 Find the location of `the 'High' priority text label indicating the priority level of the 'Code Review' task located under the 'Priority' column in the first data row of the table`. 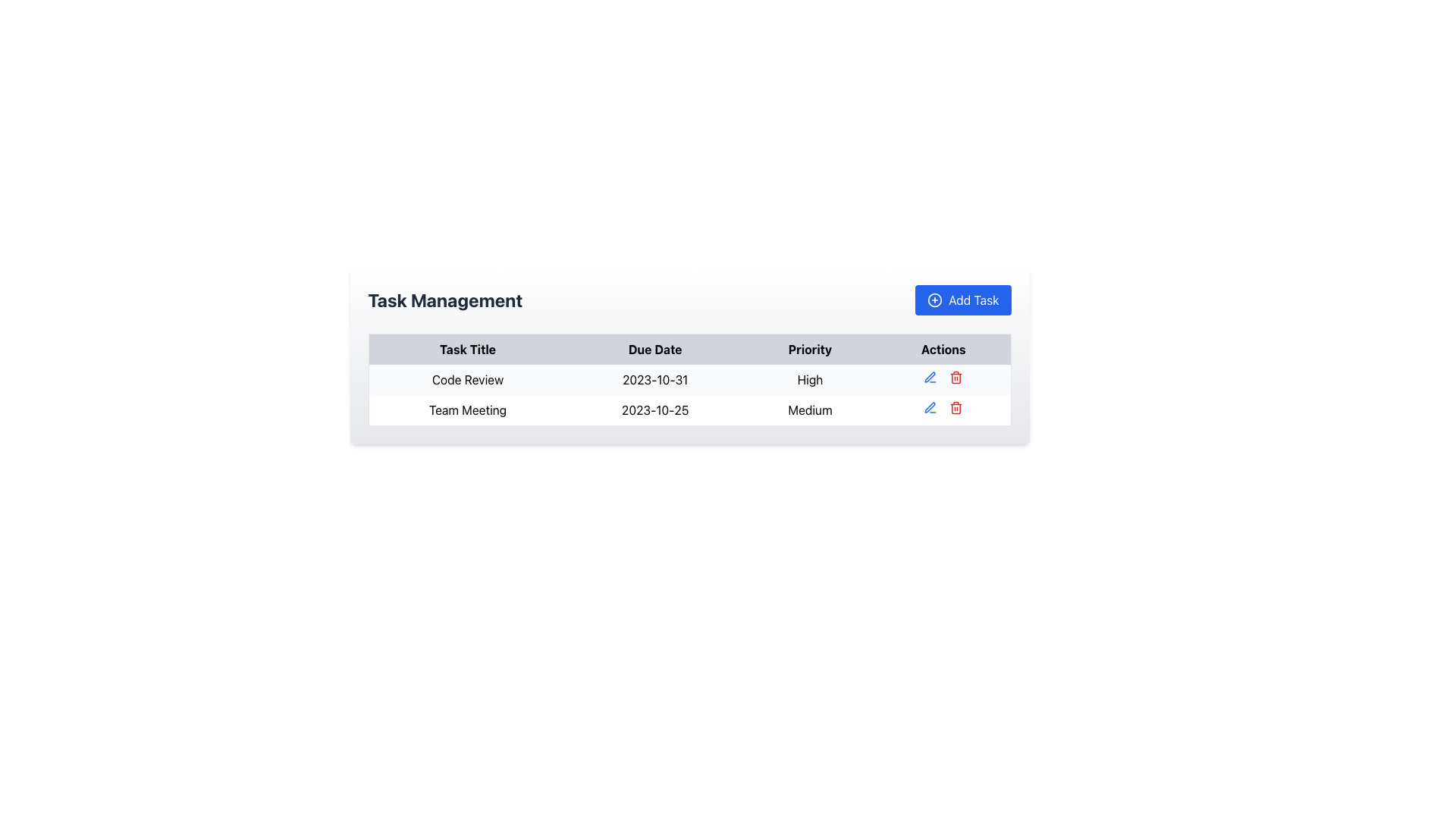

the 'High' priority text label indicating the priority level of the 'Code Review' task located under the 'Priority' column in the first data row of the table is located at coordinates (809, 379).